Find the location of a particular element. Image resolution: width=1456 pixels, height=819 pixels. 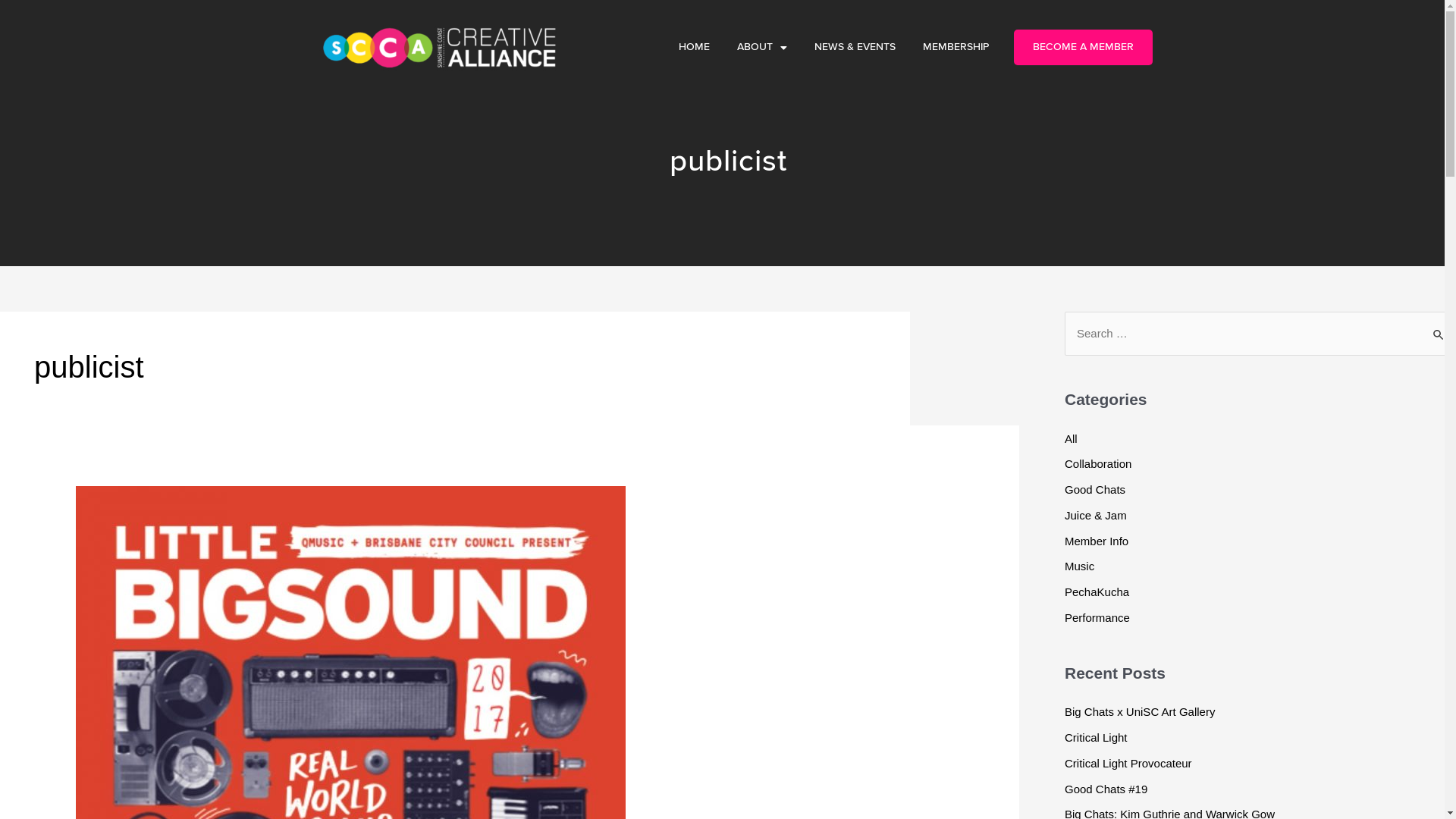

'Good Chats #19' is located at coordinates (1106, 788).